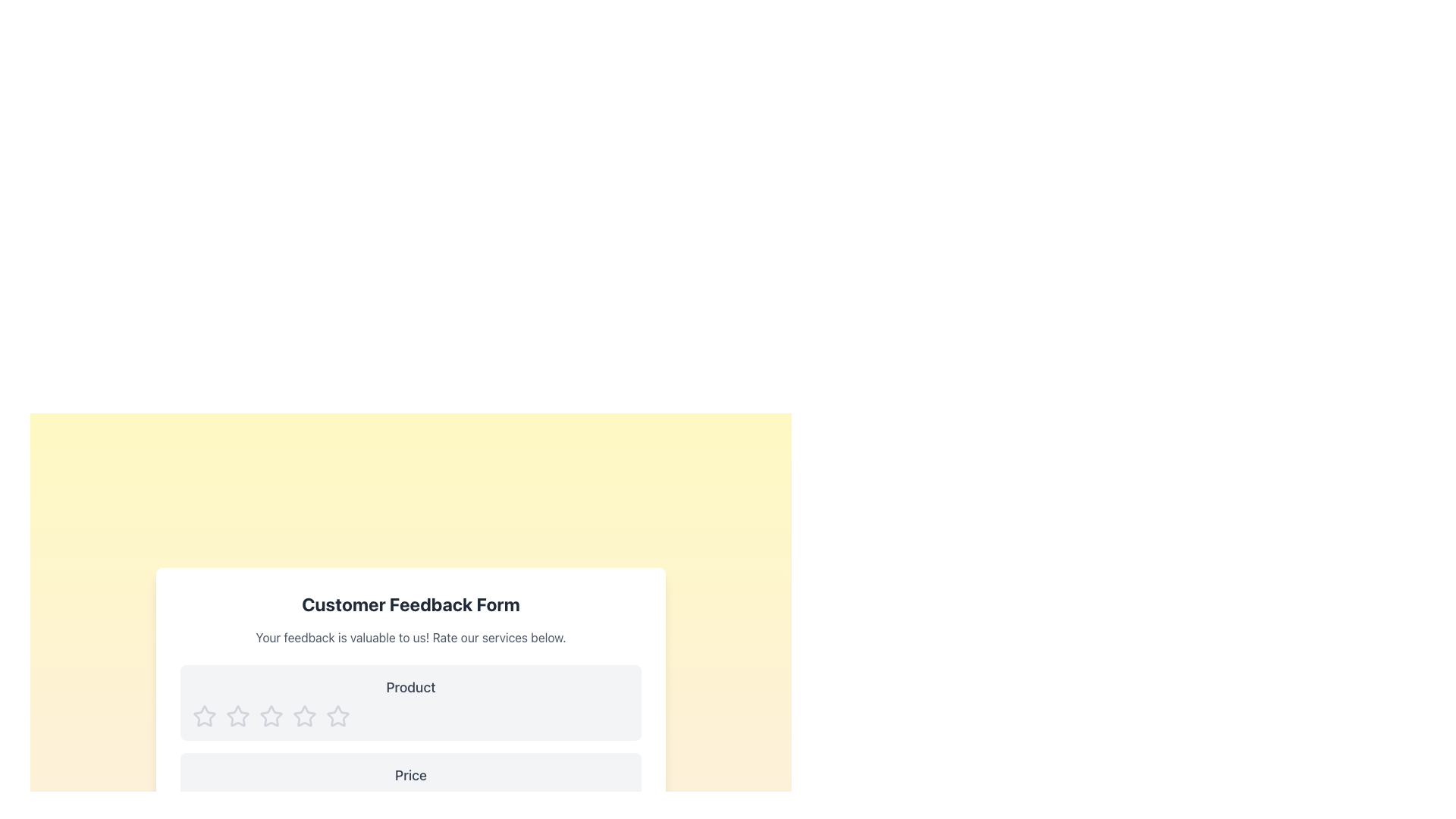 Image resolution: width=1456 pixels, height=819 pixels. I want to click on text from the Text Block that prompts users to provide feedback on services, located below the main title 'Customer Feedback Form', so click(411, 637).